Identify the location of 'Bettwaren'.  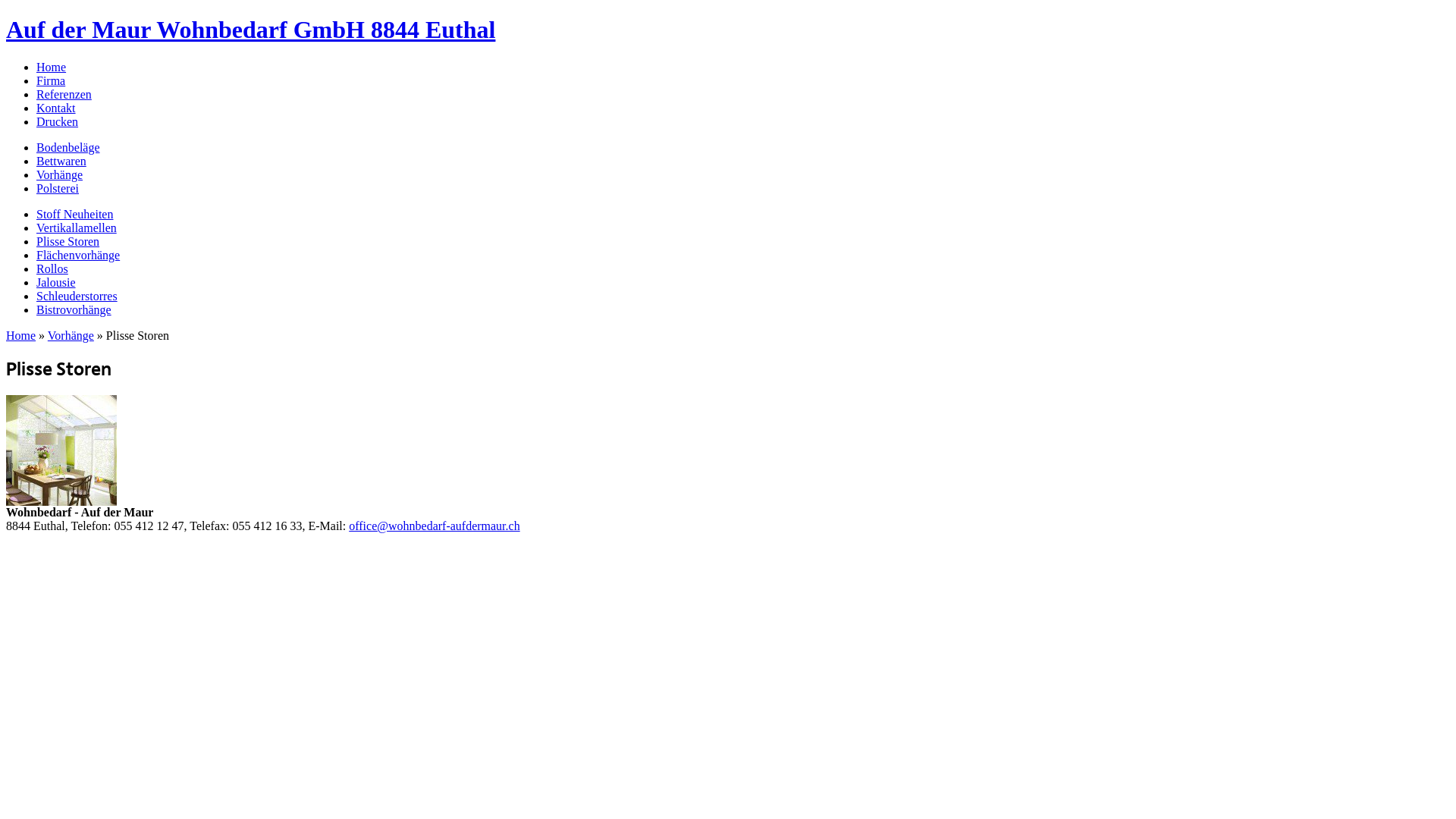
(61, 161).